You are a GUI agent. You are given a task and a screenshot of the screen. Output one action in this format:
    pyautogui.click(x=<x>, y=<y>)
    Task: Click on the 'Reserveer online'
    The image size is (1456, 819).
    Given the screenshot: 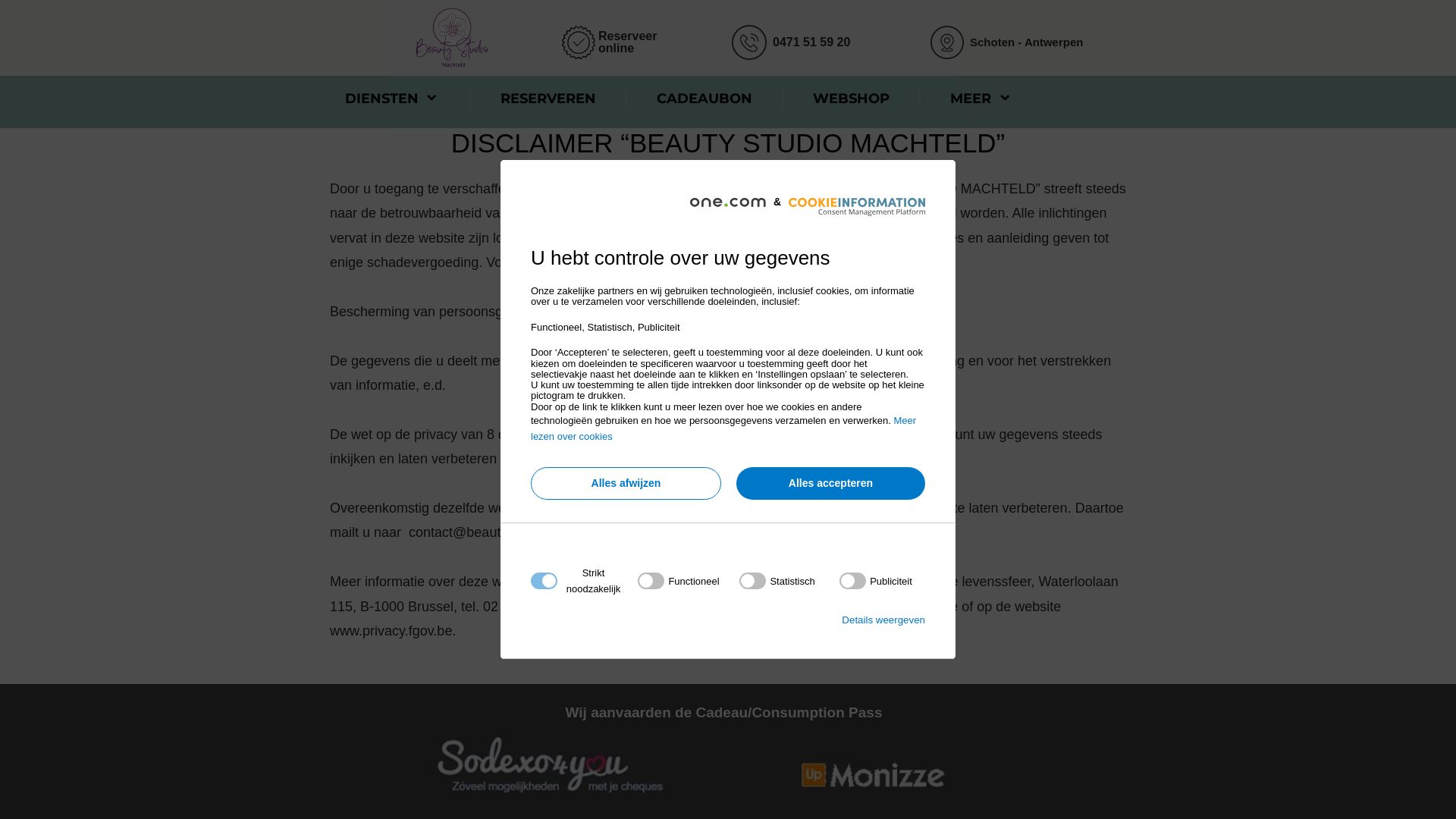 What is the action you would take?
    pyautogui.click(x=627, y=41)
    